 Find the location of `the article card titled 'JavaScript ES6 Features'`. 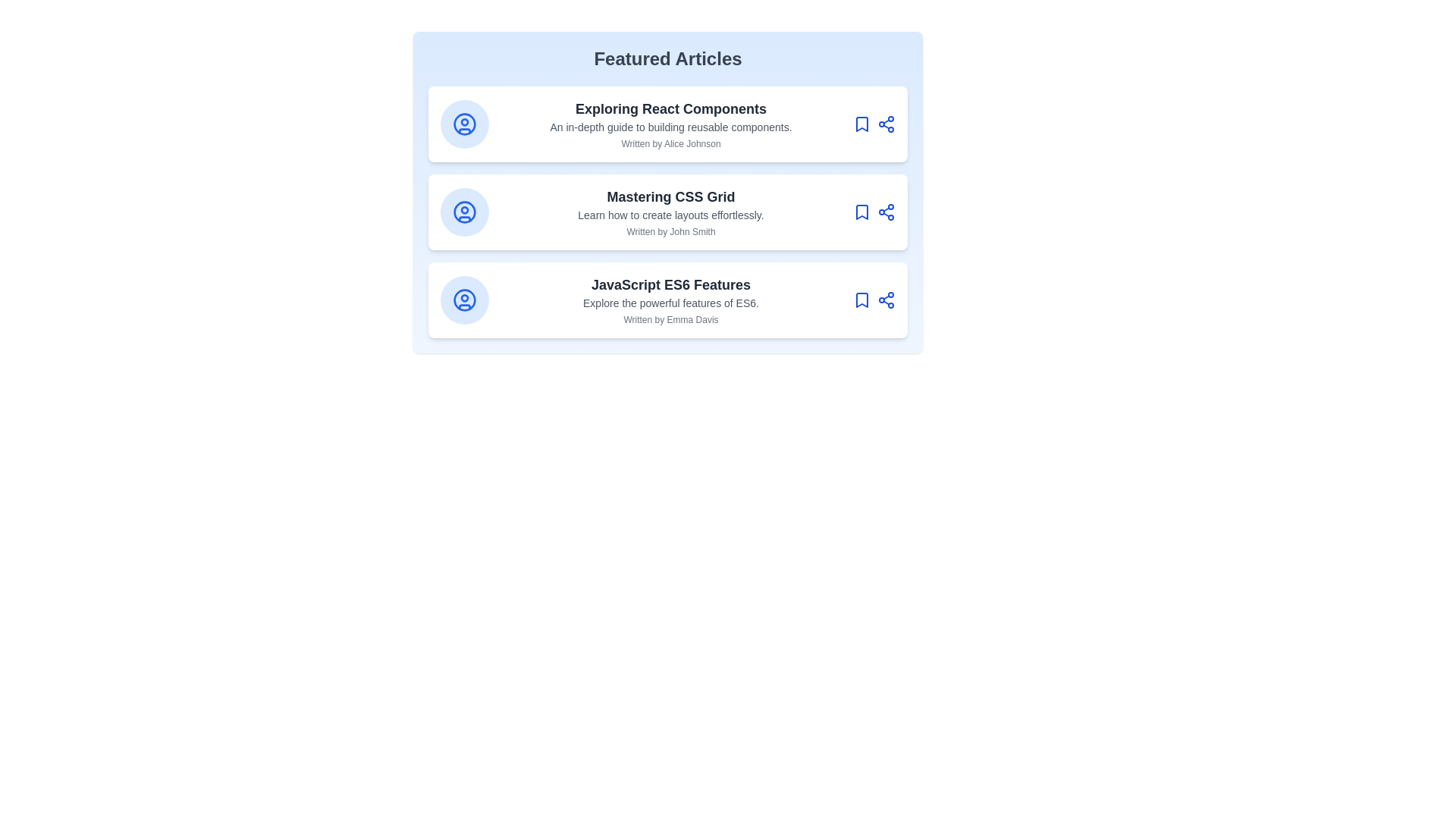

the article card titled 'JavaScript ES6 Features' is located at coordinates (667, 300).